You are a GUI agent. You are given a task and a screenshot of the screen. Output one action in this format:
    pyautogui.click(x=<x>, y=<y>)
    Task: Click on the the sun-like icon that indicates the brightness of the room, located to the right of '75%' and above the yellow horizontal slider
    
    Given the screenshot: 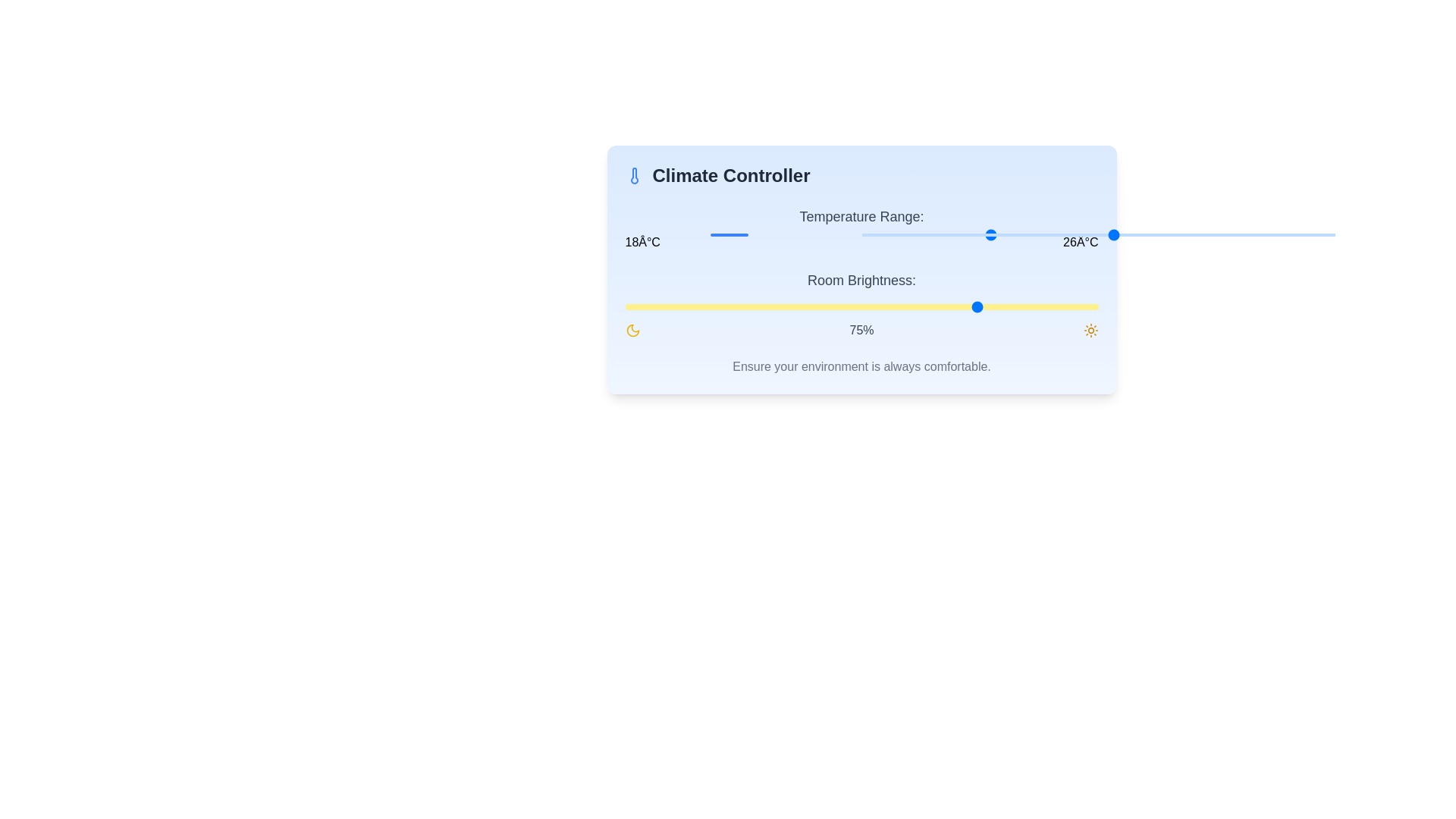 What is the action you would take?
    pyautogui.click(x=1090, y=329)
    